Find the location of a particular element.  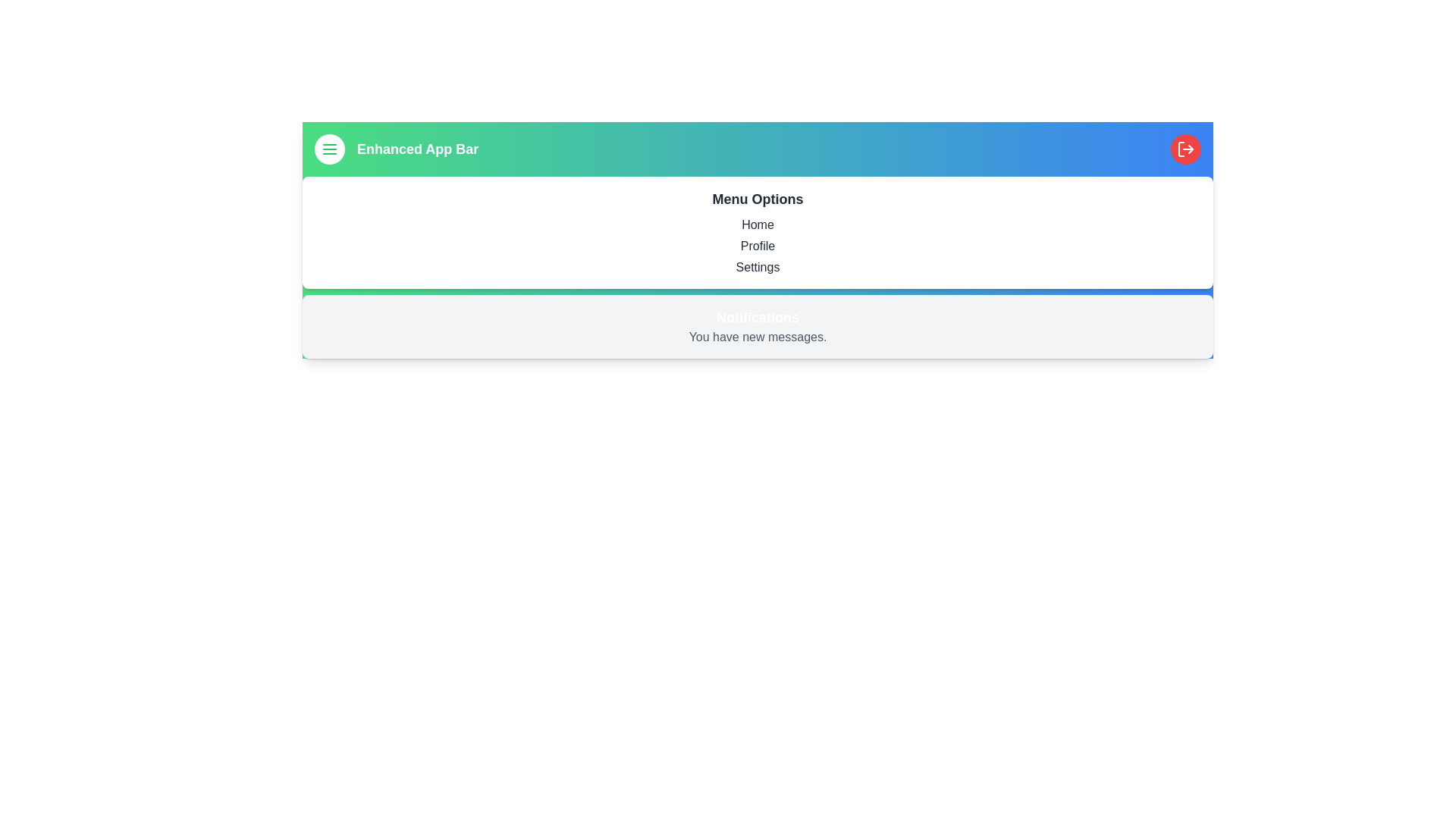

the menu option Profile to navigate to the respective page is located at coordinates (758, 245).